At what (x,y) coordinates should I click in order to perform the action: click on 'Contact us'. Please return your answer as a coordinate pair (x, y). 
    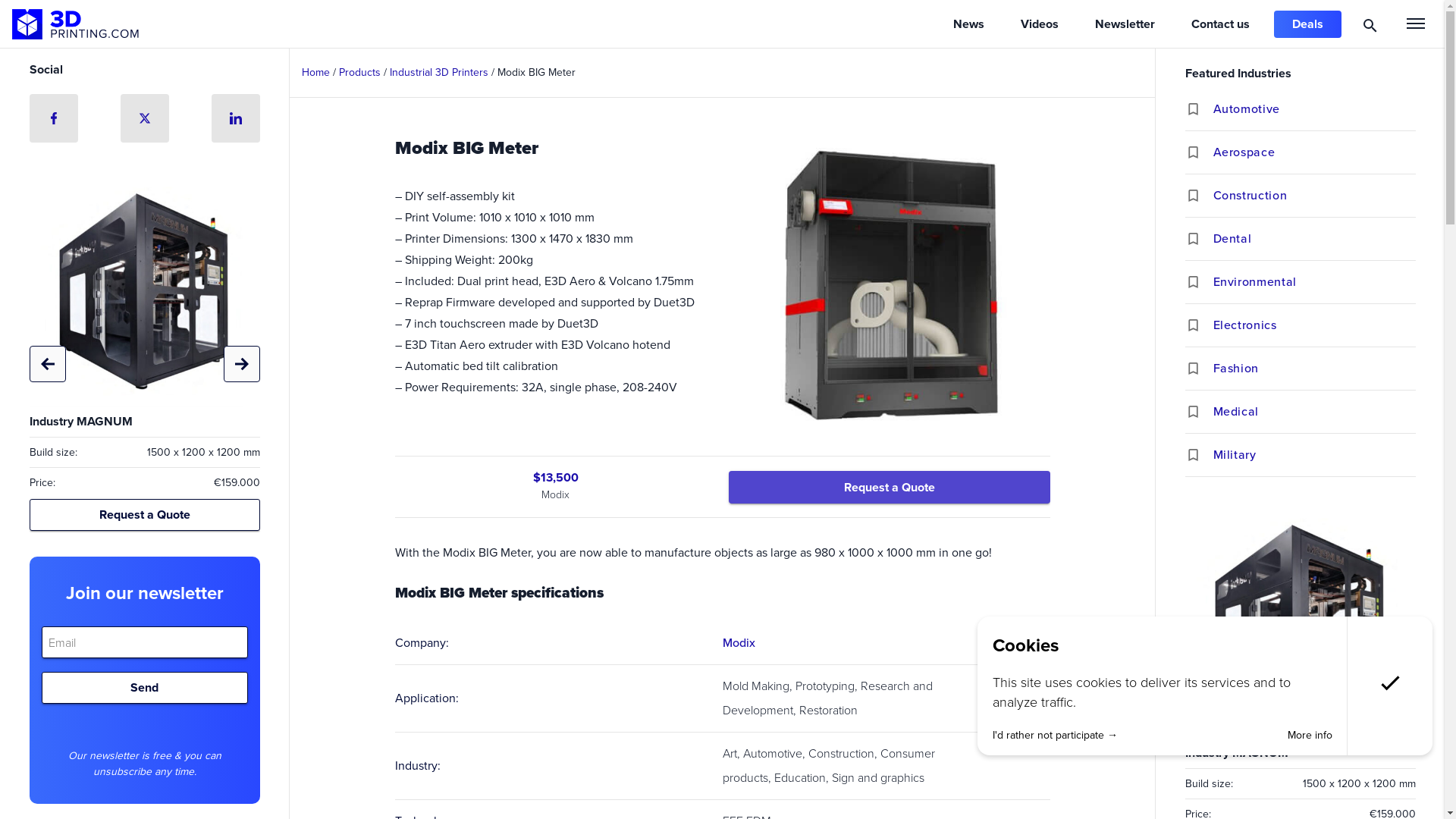
    Looking at the image, I should click on (1220, 24).